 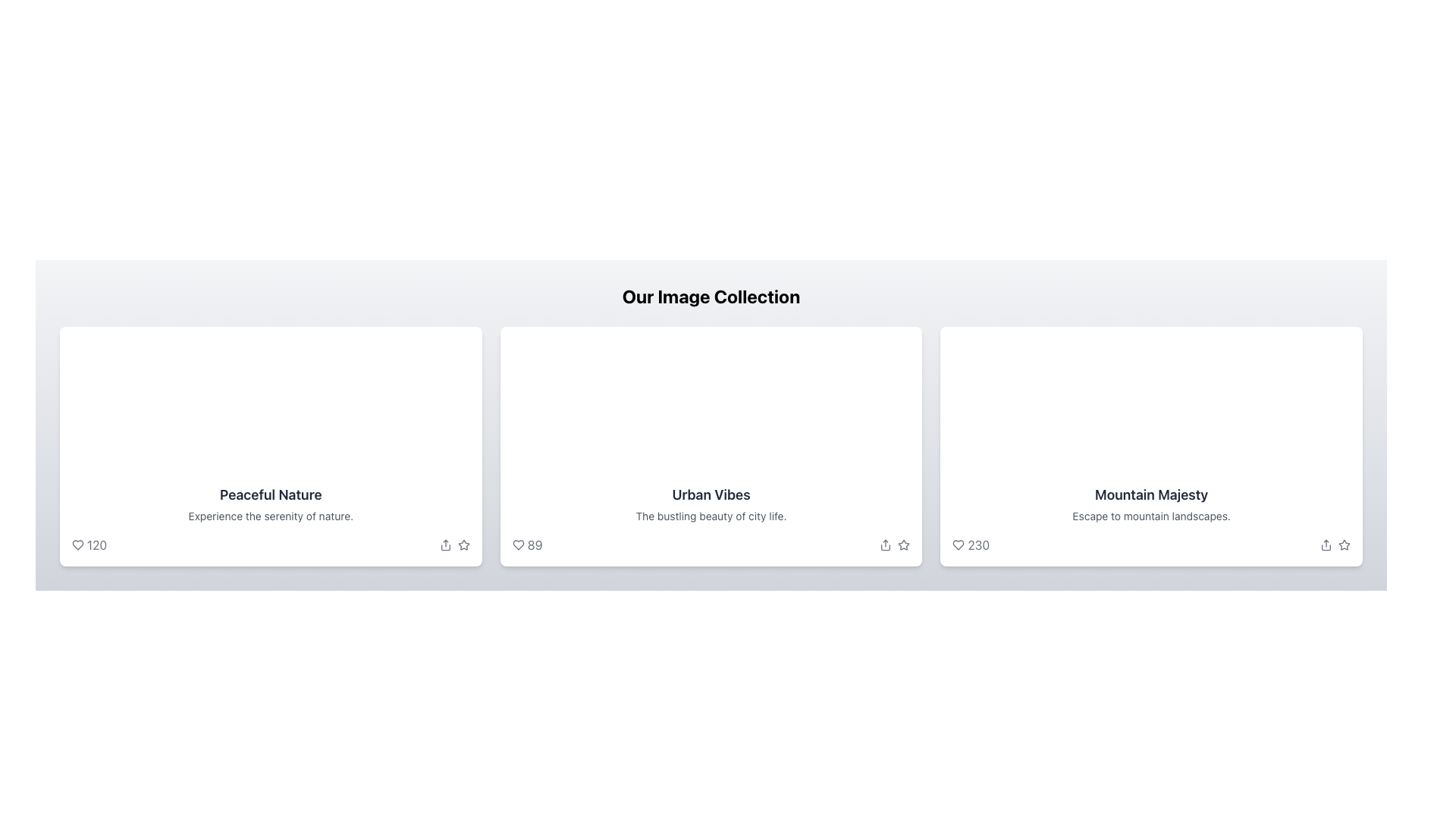 What do you see at coordinates (958, 544) in the screenshot?
I see `the 'like' icon located to the immediate left of the '230' text on the 'Mountain Majesty' card in the bottom-right section of the card` at bounding box center [958, 544].